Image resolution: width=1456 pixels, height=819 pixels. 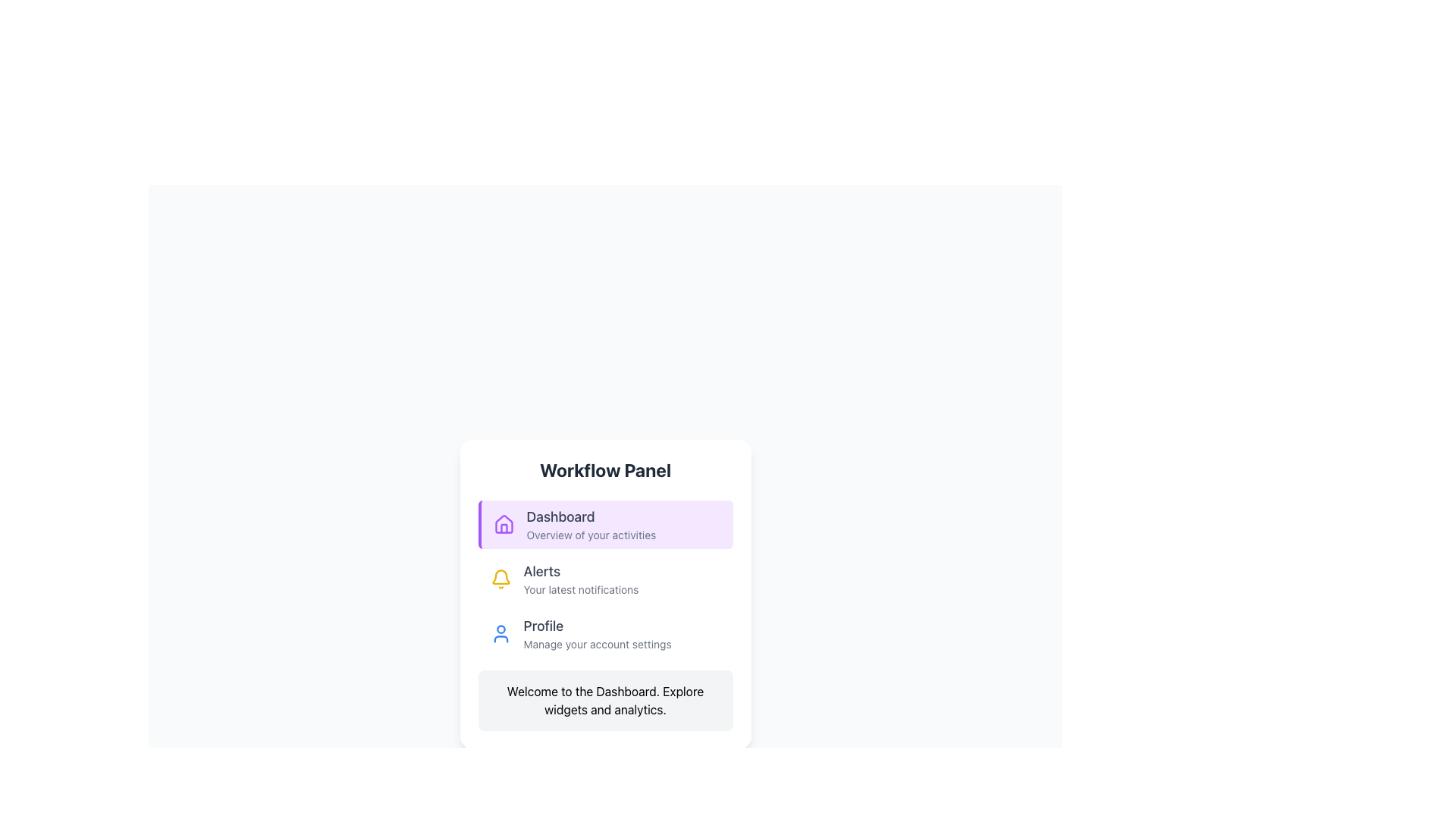 I want to click on the decorative icon indicating the user account or profile-related feature, located in the left-most part of the 'Profile' section, horizontally aligned with the title 'Profile', so click(x=500, y=634).